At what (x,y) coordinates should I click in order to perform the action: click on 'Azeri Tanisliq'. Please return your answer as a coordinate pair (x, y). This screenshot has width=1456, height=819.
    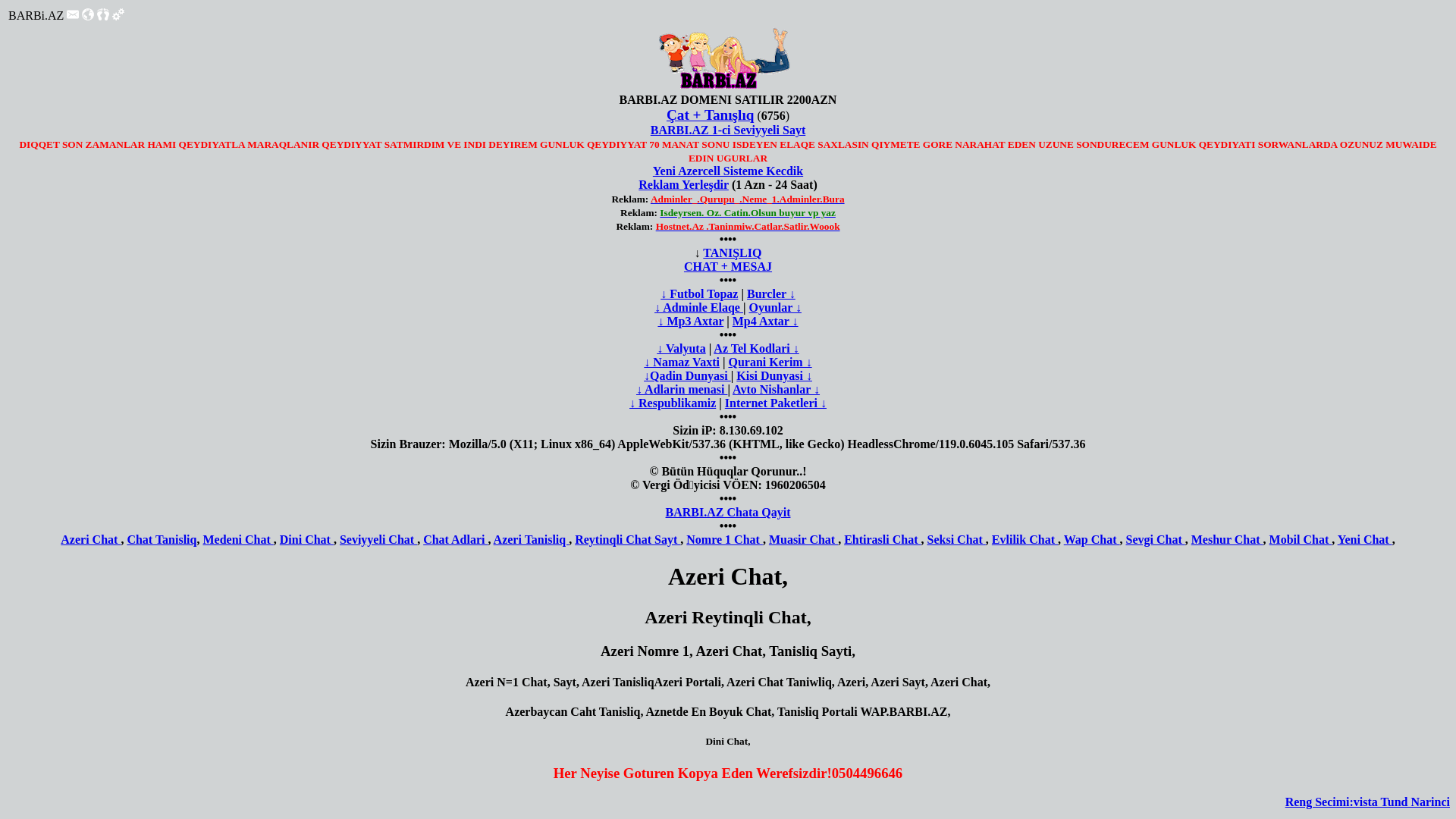
    Looking at the image, I should click on (531, 538).